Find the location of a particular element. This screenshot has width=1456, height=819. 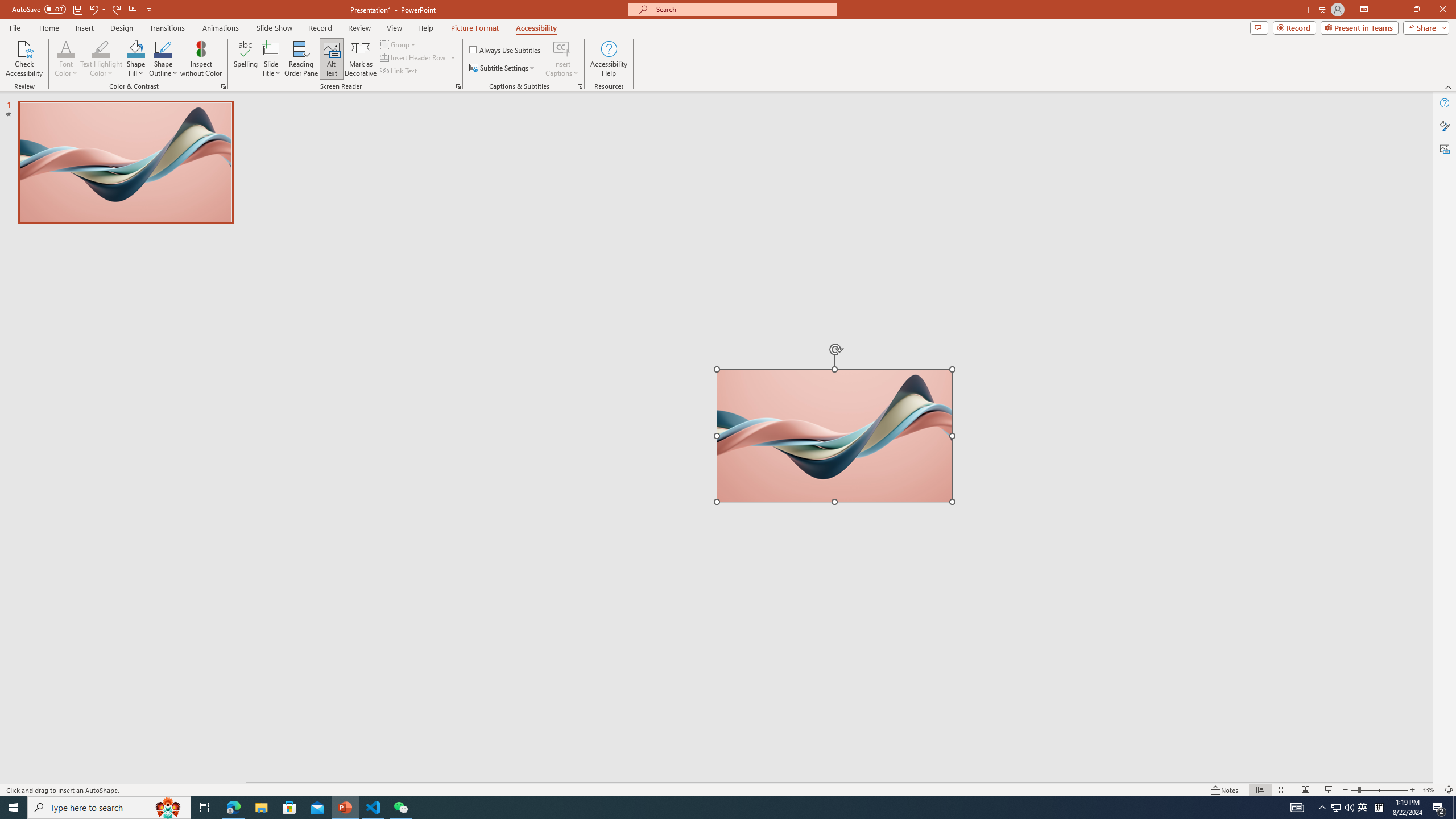

'Mark as Decorative' is located at coordinates (360, 59).